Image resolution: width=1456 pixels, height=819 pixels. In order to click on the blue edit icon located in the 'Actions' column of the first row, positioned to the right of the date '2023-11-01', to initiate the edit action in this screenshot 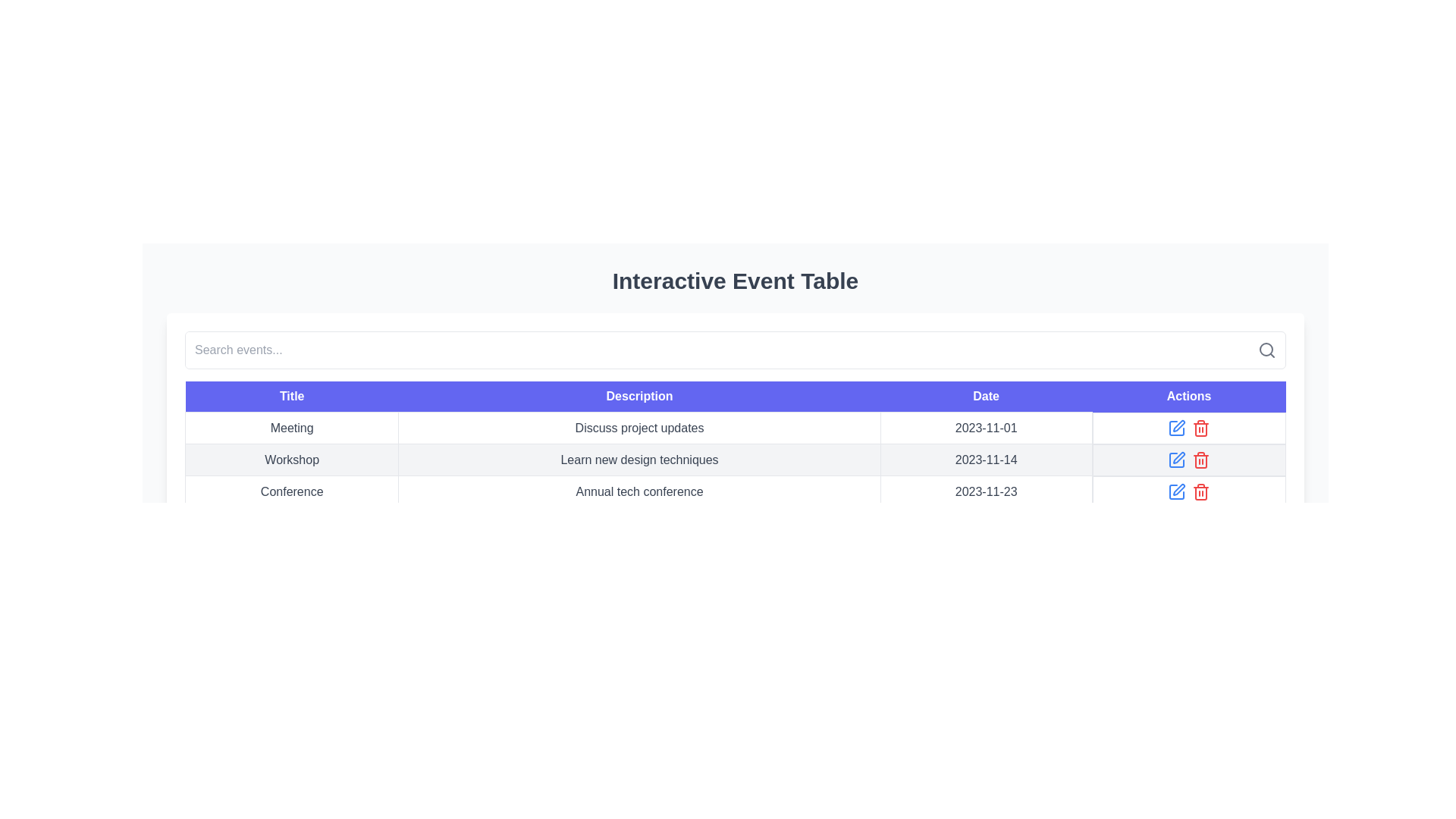, I will do `click(1188, 428)`.